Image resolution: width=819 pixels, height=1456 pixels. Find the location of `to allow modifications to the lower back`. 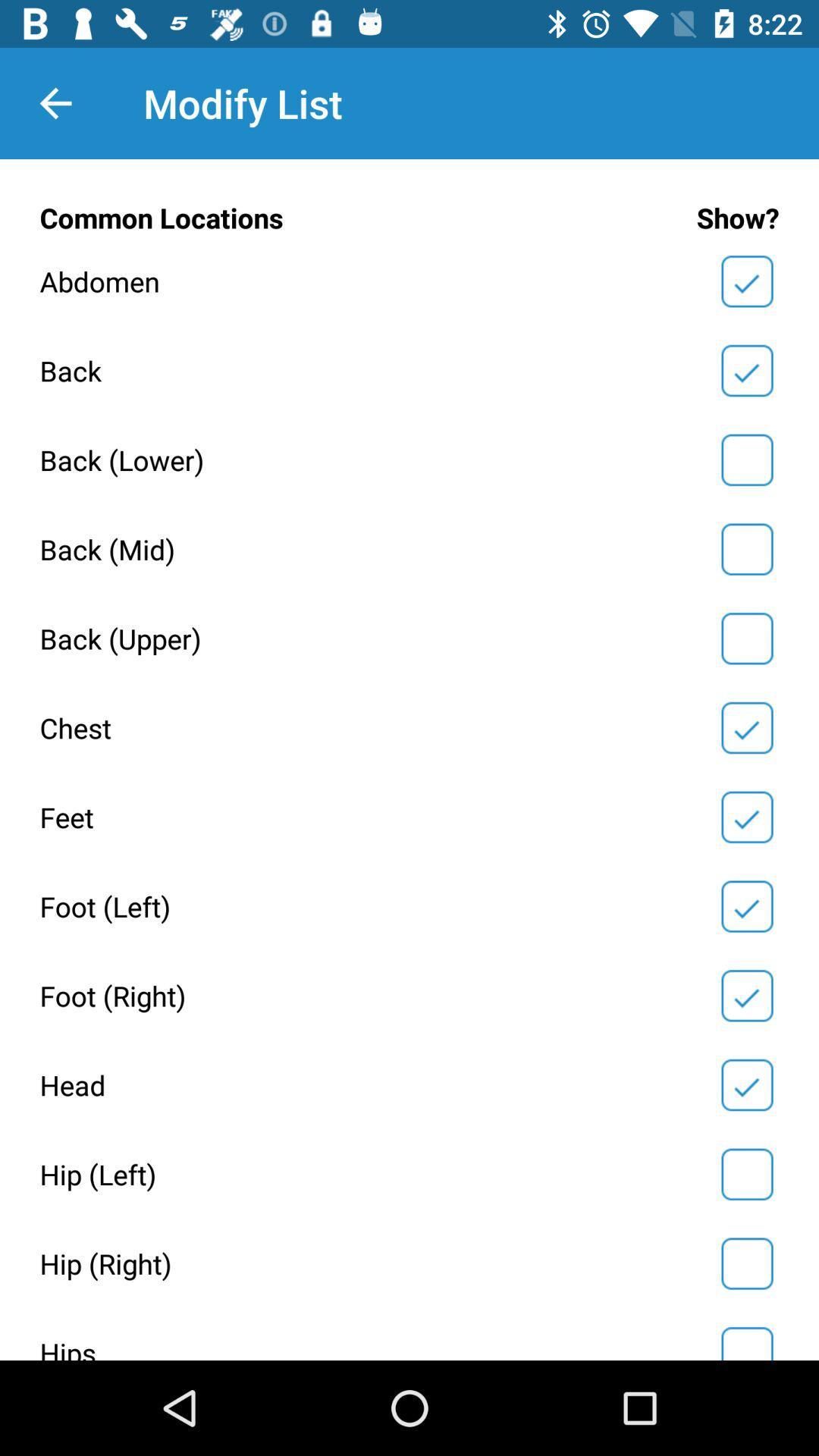

to allow modifications to the lower back is located at coordinates (746, 459).